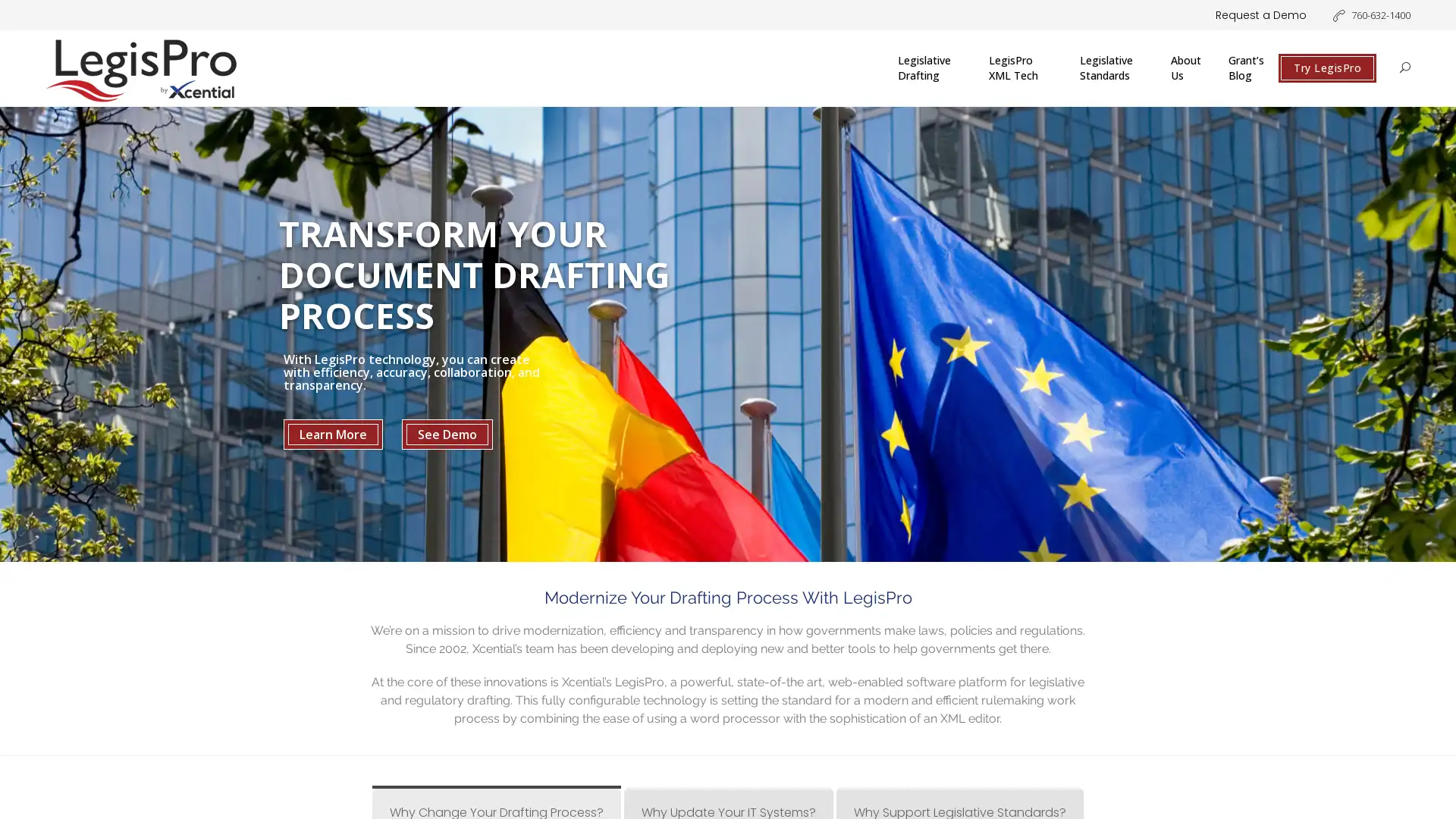 This screenshot has width=1456, height=819. I want to click on Learn More, so click(332, 435).